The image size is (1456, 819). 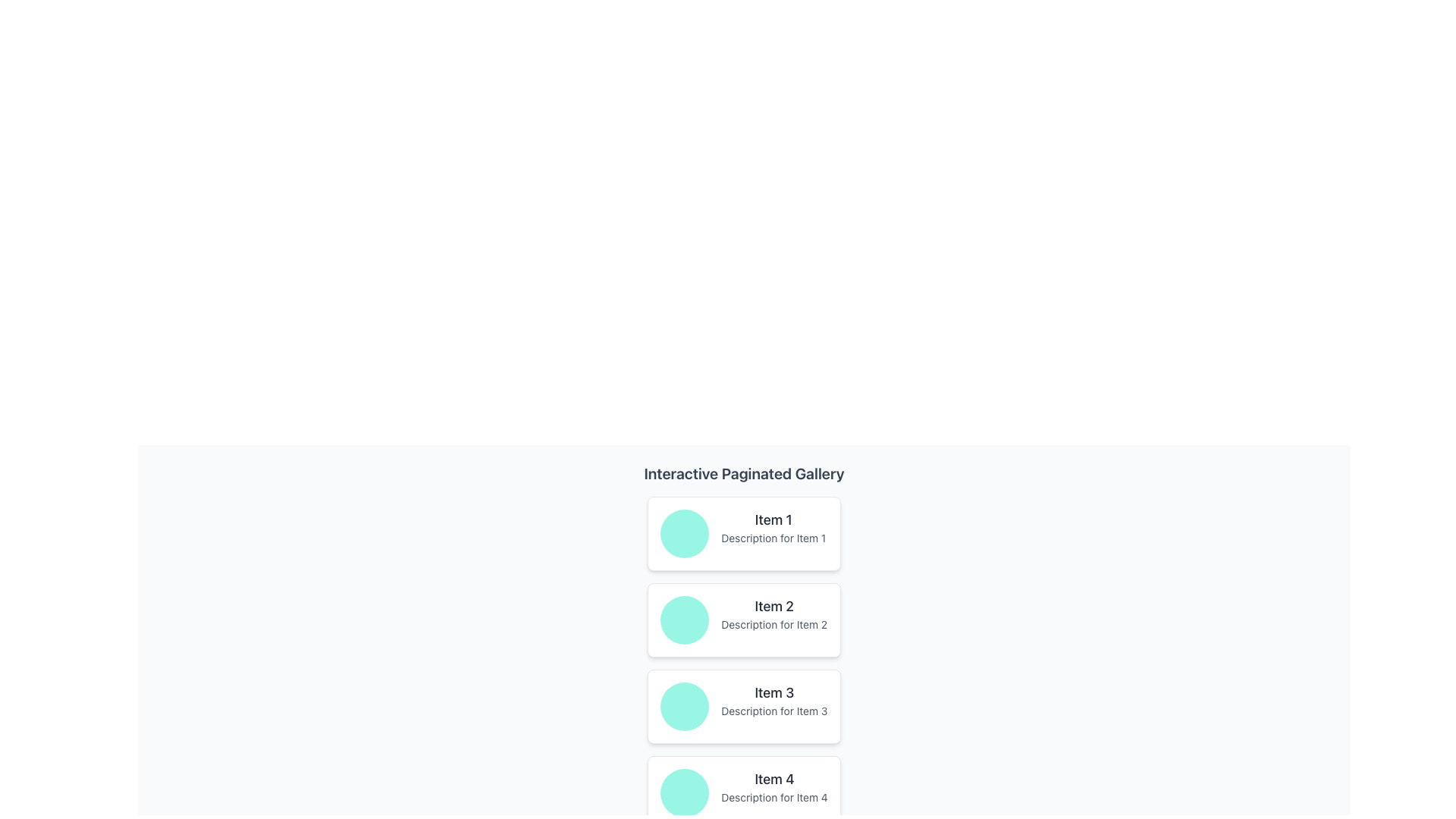 I want to click on text content labeled 'Item 4' with its description 'Description for Item 4' located within the fourth card in the interactive gallery, so click(x=774, y=786).